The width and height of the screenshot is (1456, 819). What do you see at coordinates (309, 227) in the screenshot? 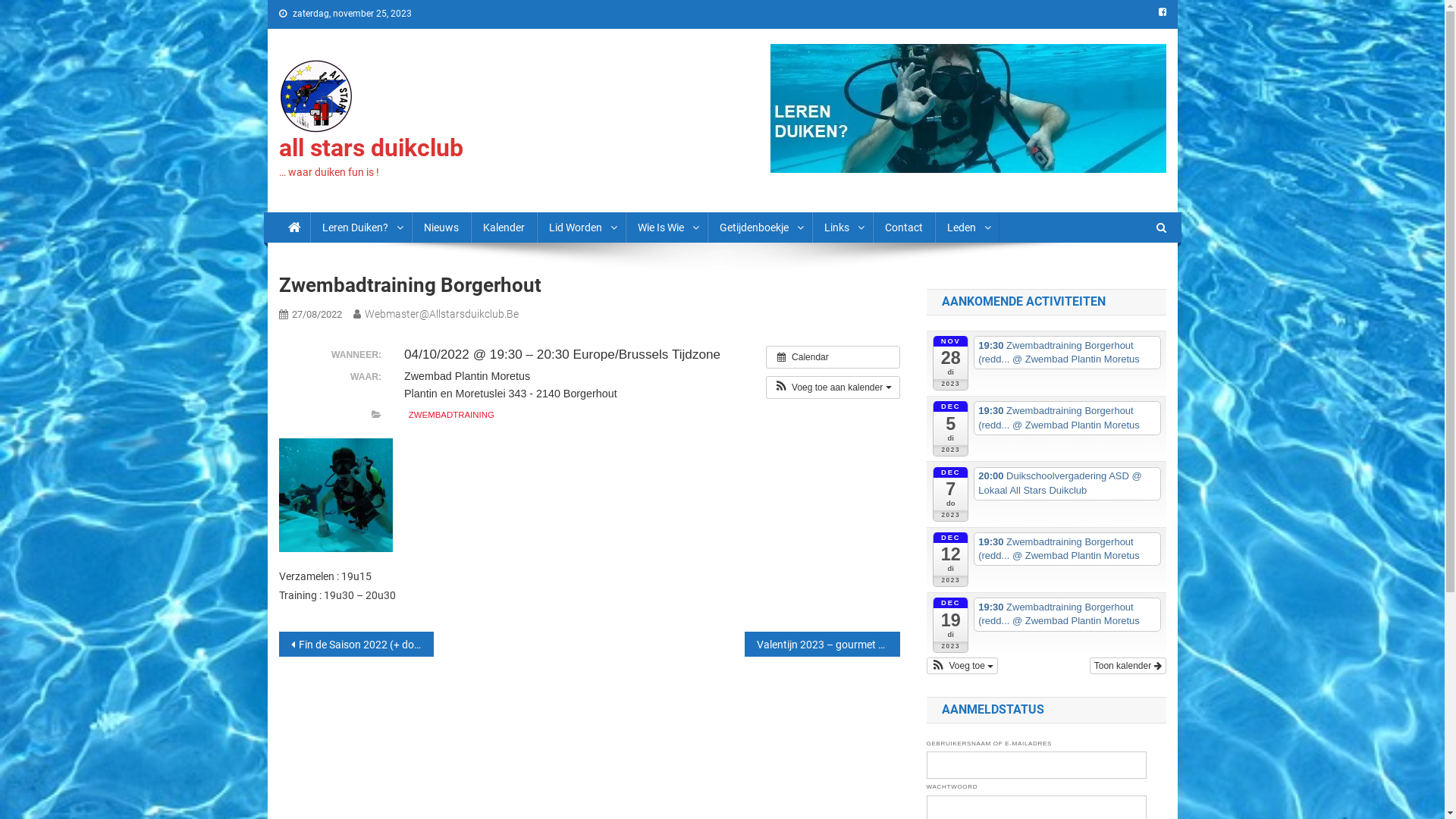
I see `'Leren Duiken?'` at bounding box center [309, 227].